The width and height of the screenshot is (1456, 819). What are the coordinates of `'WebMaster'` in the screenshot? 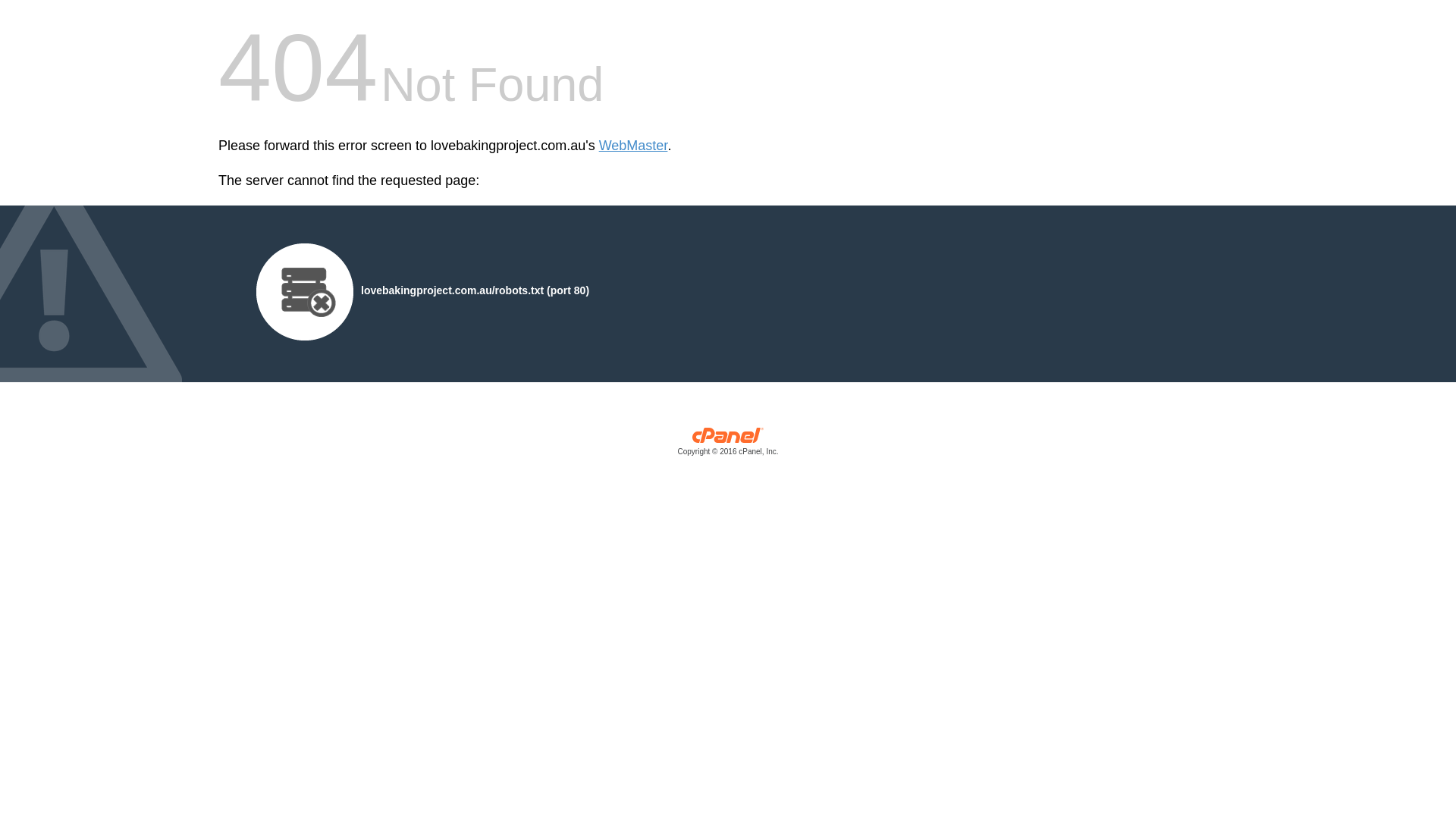 It's located at (633, 146).